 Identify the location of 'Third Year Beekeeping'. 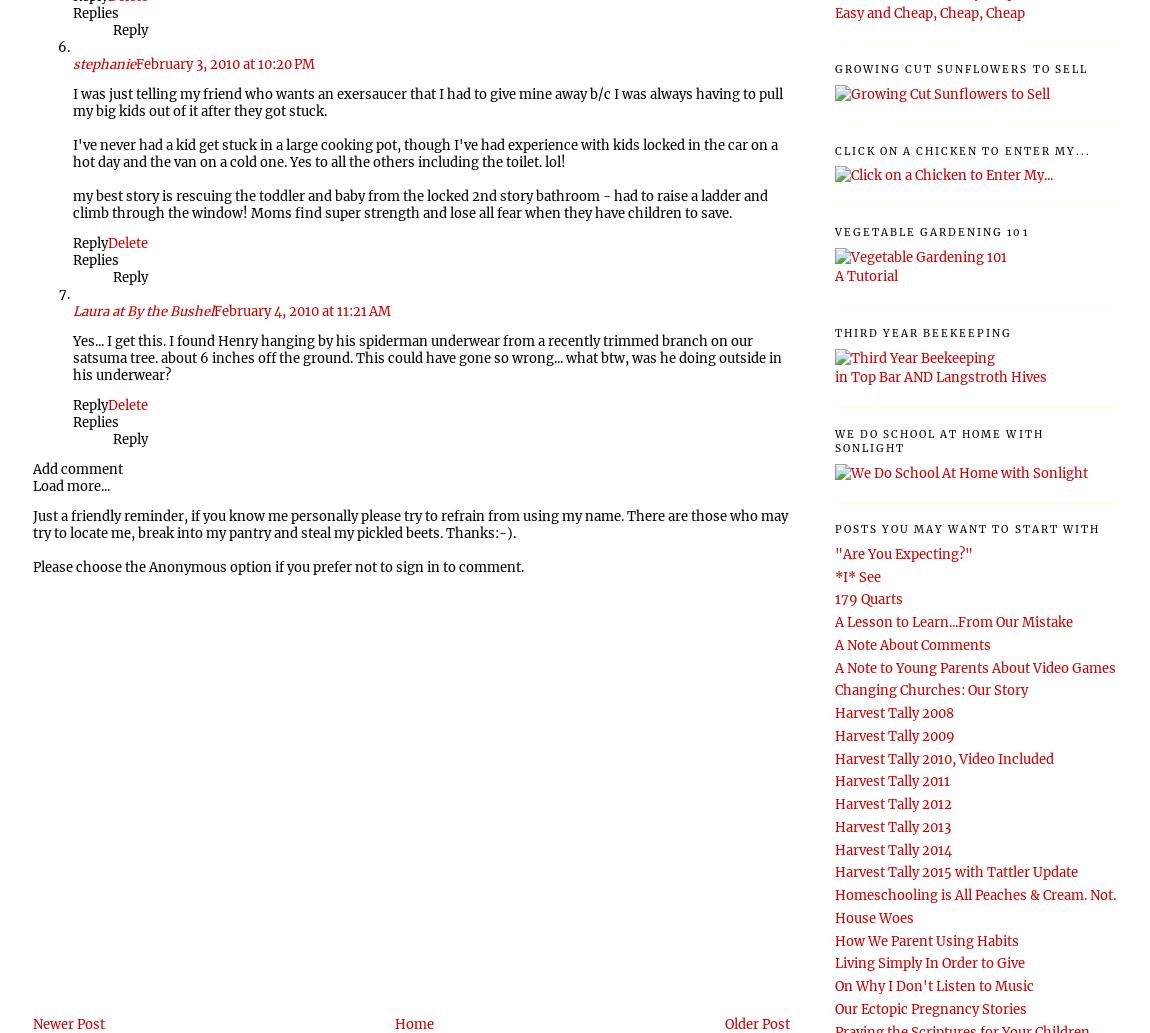
(922, 331).